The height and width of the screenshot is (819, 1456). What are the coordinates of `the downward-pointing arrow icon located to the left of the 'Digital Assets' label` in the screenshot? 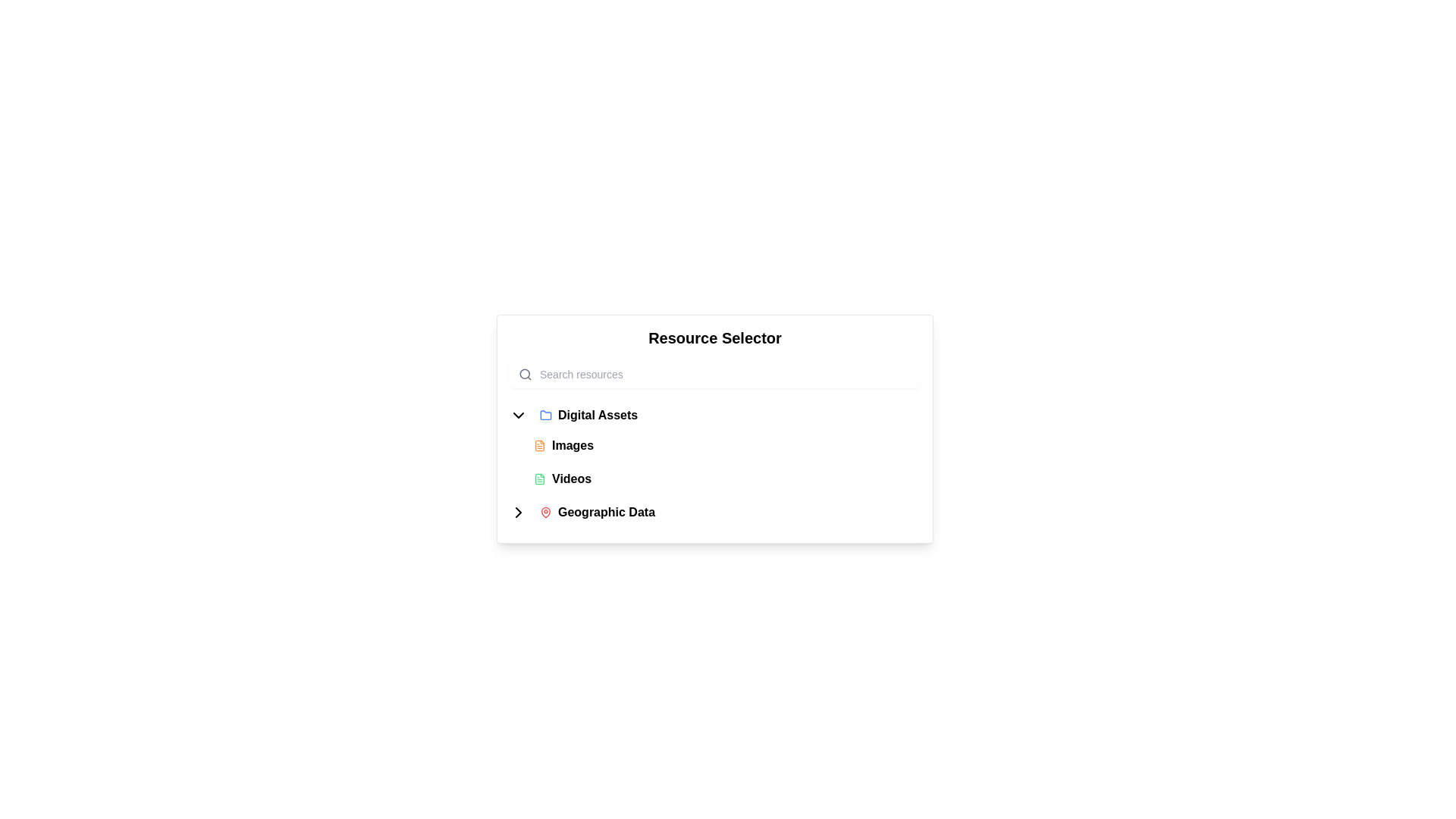 It's located at (519, 415).